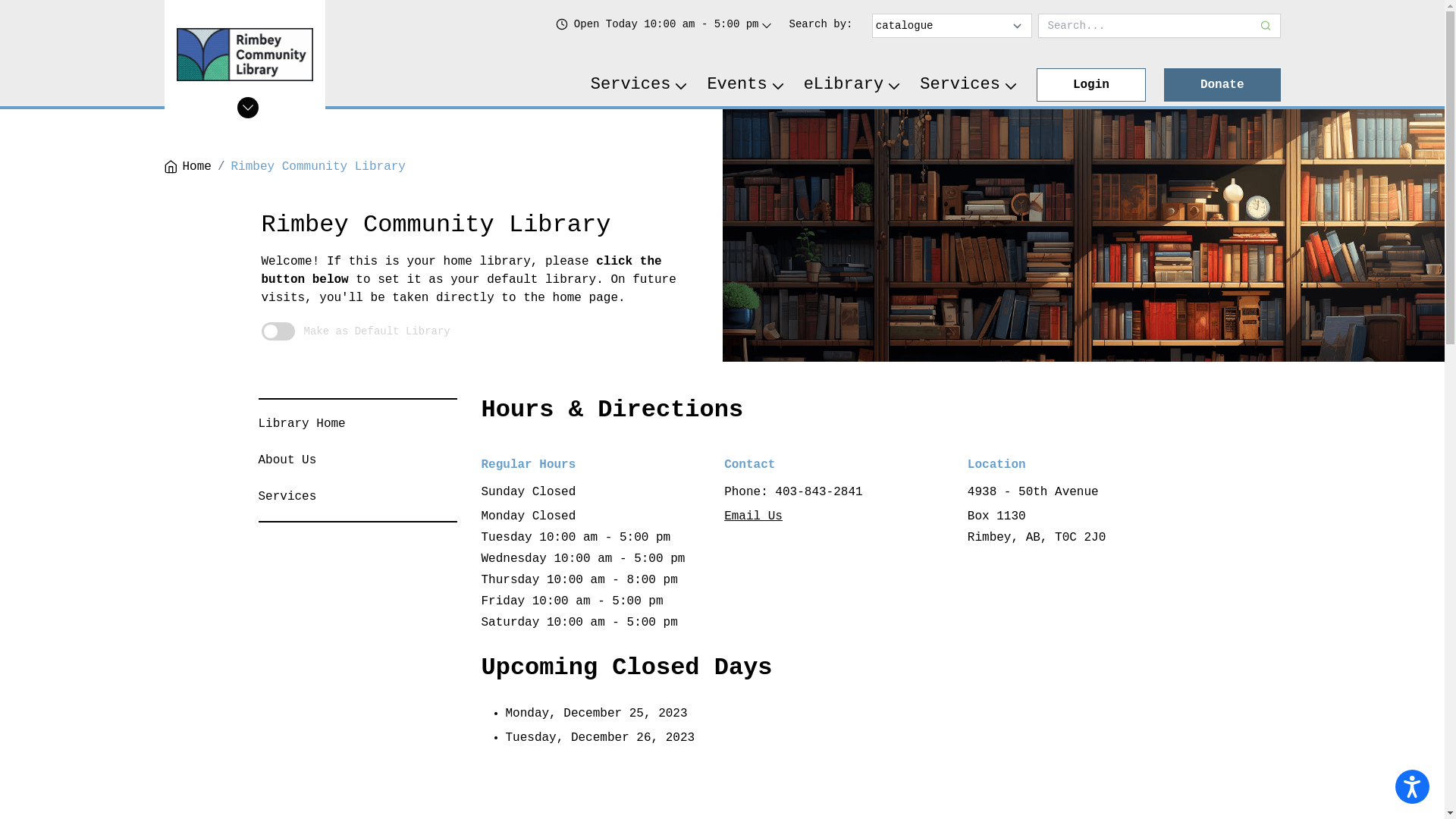 This screenshot has height=819, width=1456. Describe the element at coordinates (186, 166) in the screenshot. I see `'Home'` at that location.